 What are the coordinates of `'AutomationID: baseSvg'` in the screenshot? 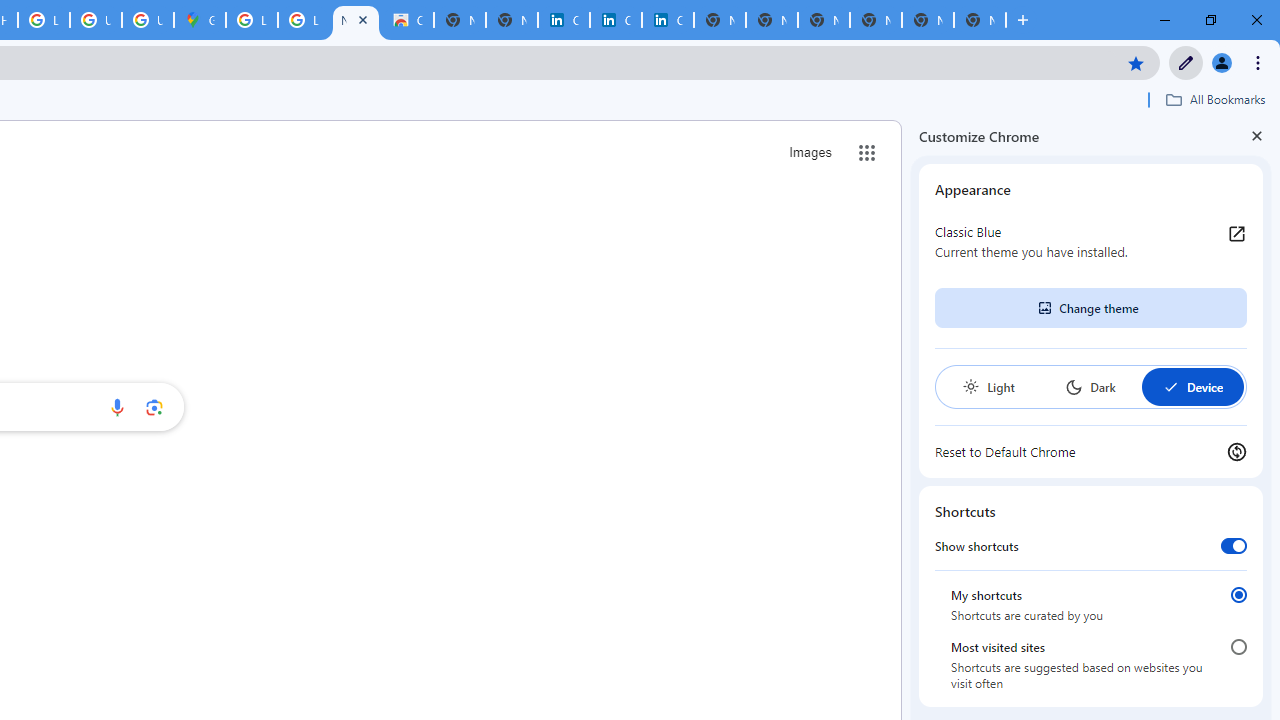 It's located at (1170, 387).